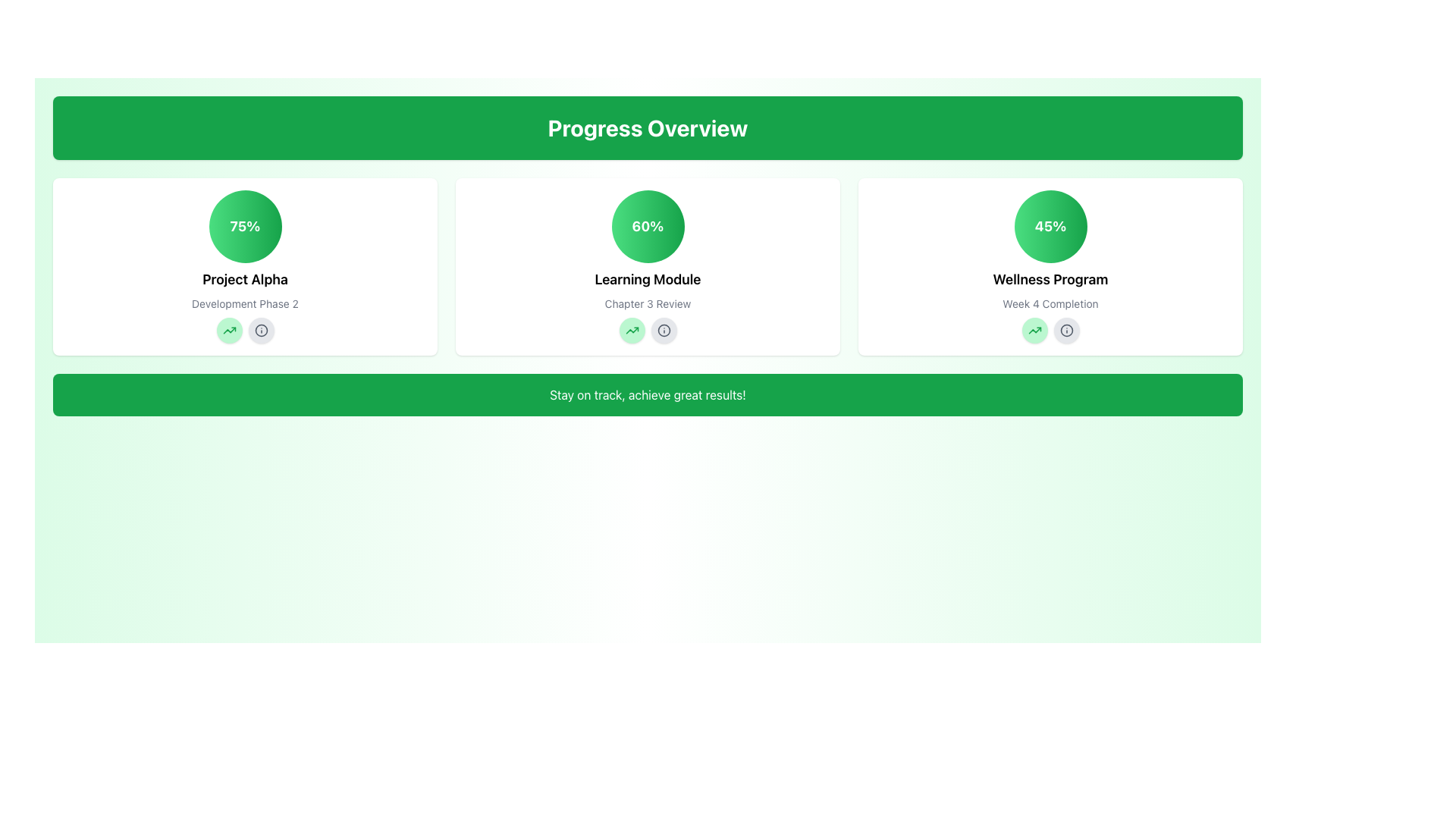  Describe the element at coordinates (1050, 265) in the screenshot. I see `the Progress panel that has a gradient green circular header with '45%' in bold white text` at that location.